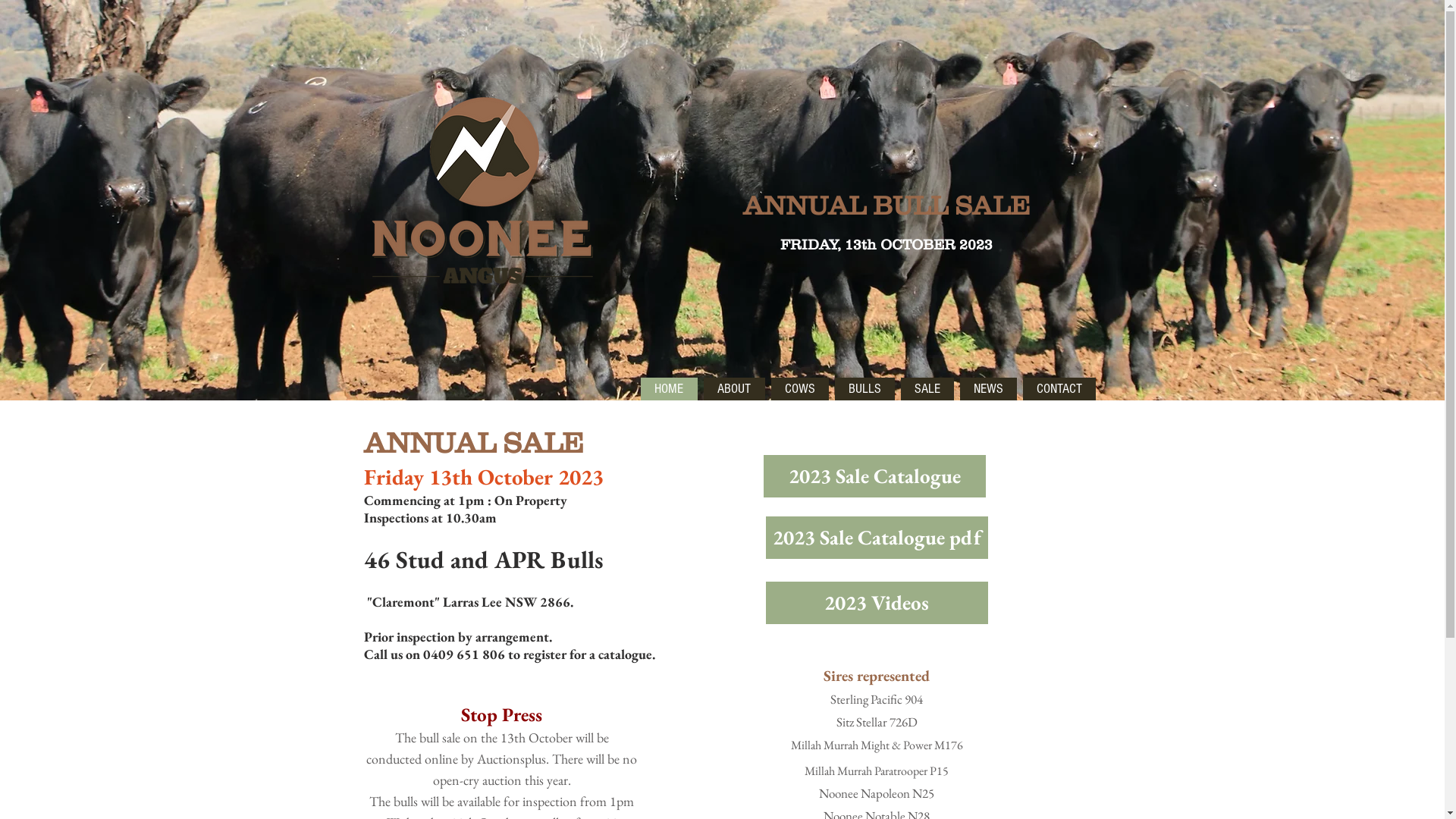 Image resolution: width=1456 pixels, height=819 pixels. Describe the element at coordinates (874, 475) in the screenshot. I see `'2023 Sale Catalogue'` at that location.